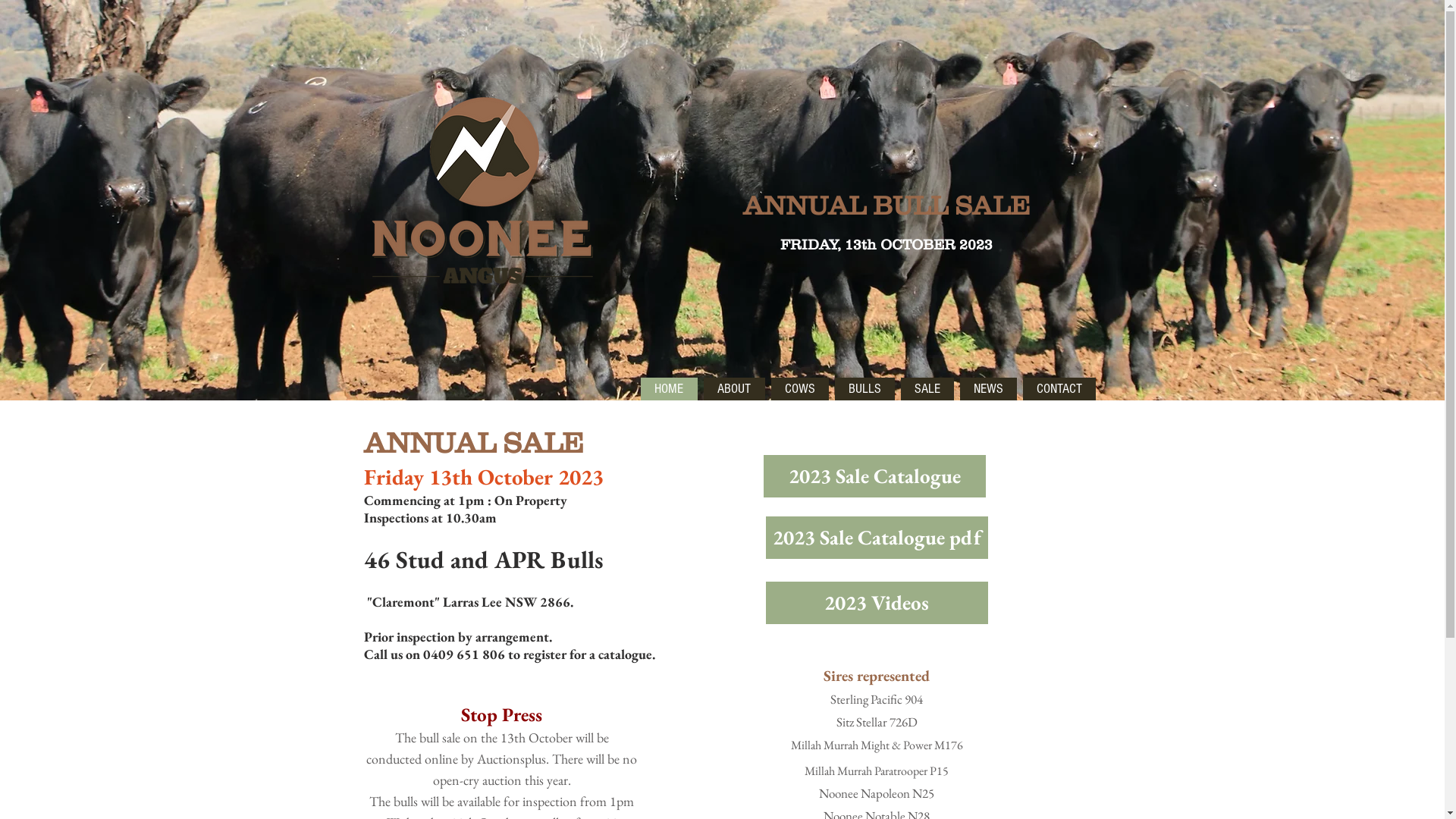 Image resolution: width=1456 pixels, height=819 pixels. Describe the element at coordinates (874, 475) in the screenshot. I see `'2023 Sale Catalogue'` at that location.